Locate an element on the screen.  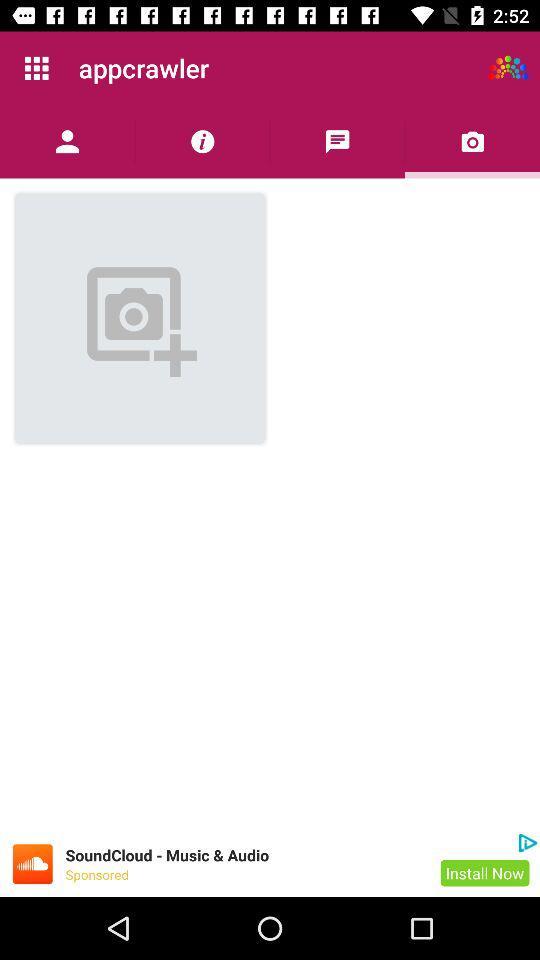
details is located at coordinates (202, 140).